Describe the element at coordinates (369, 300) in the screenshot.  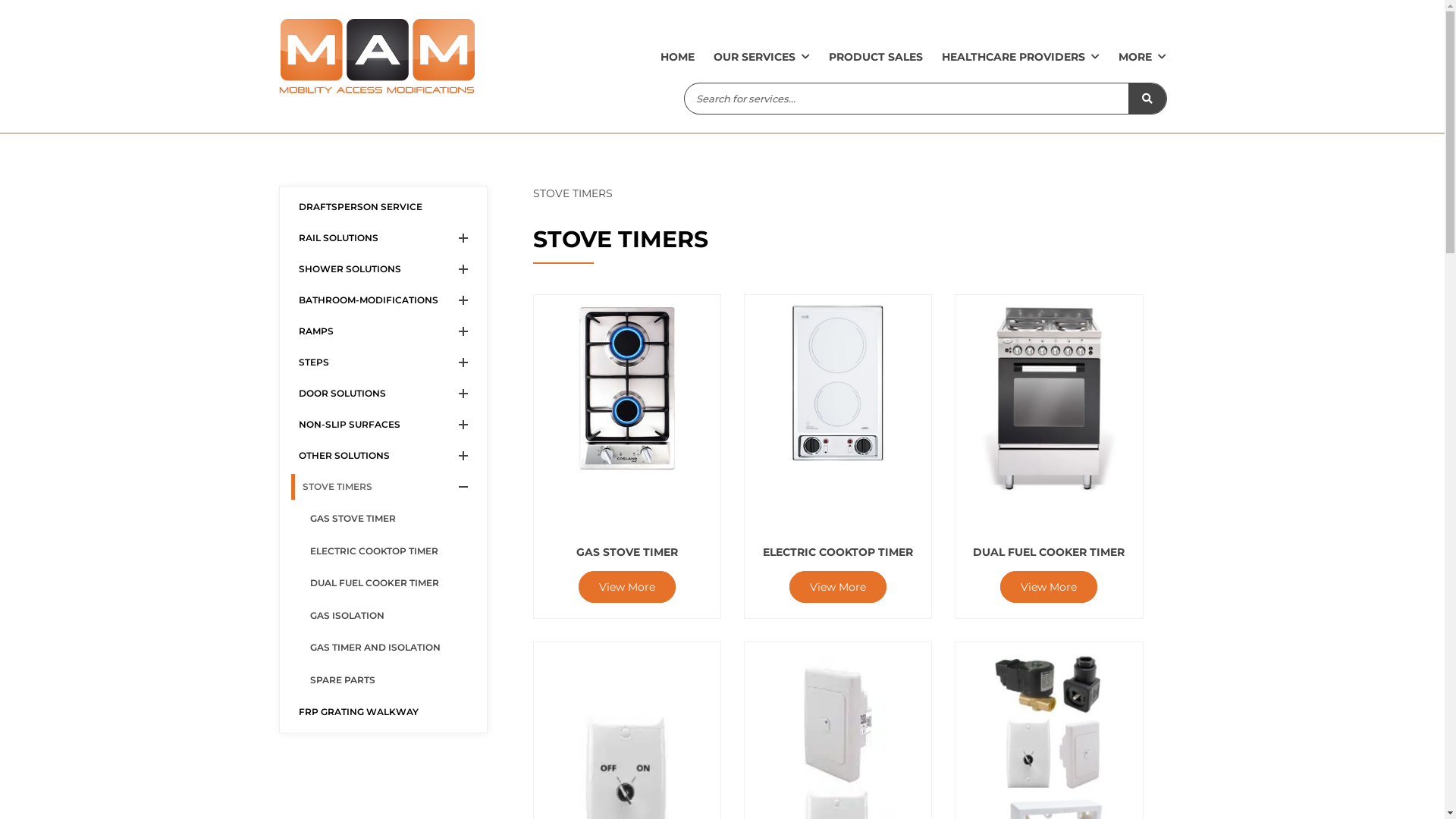
I see `'BATHROOM-MODIFICATIONS'` at that location.